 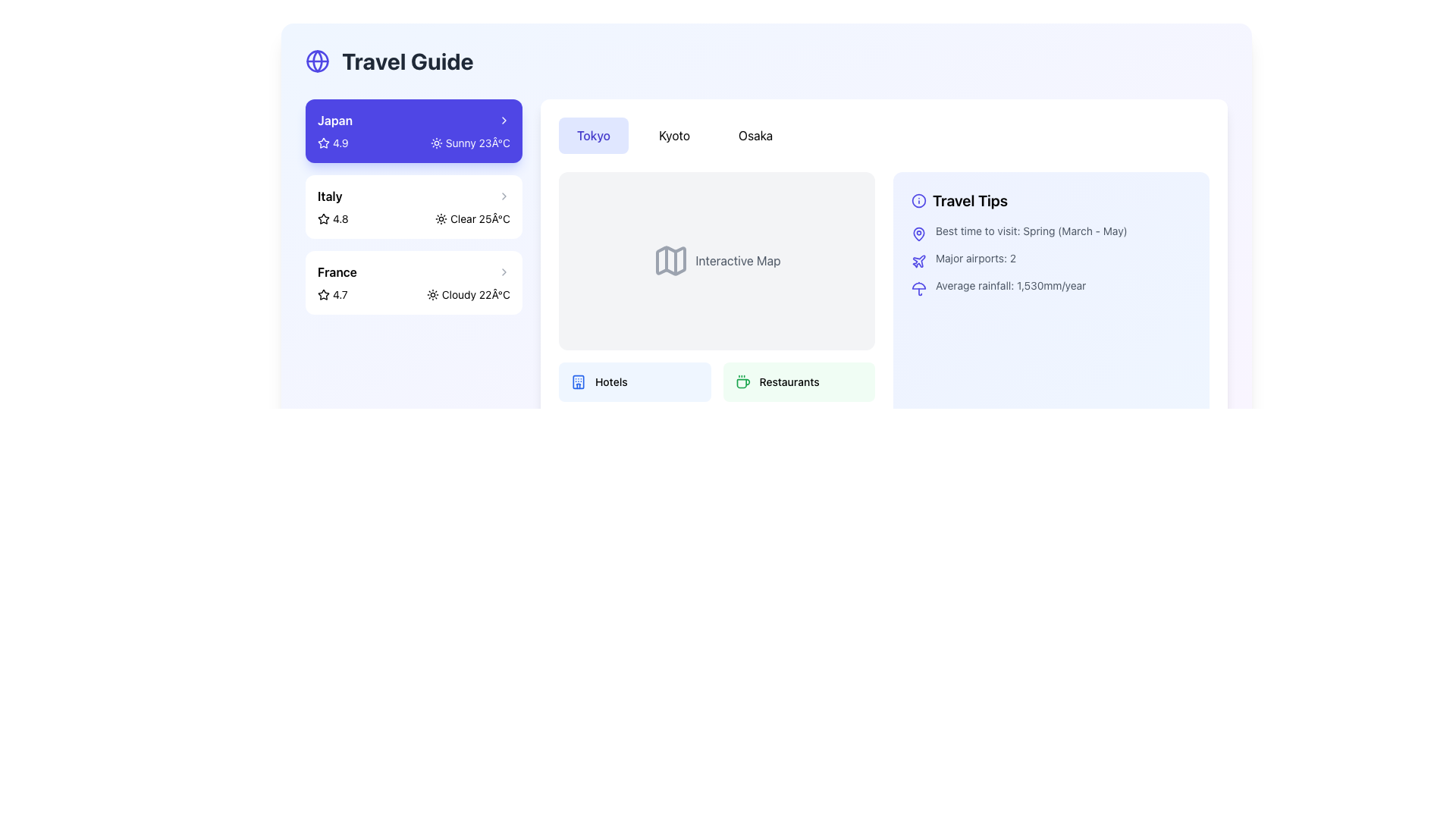 What do you see at coordinates (414, 219) in the screenshot?
I see `the rating and weather information element displaying '4.8', 'Clear 25°C', and the respective icons, located in the Italy card` at bounding box center [414, 219].